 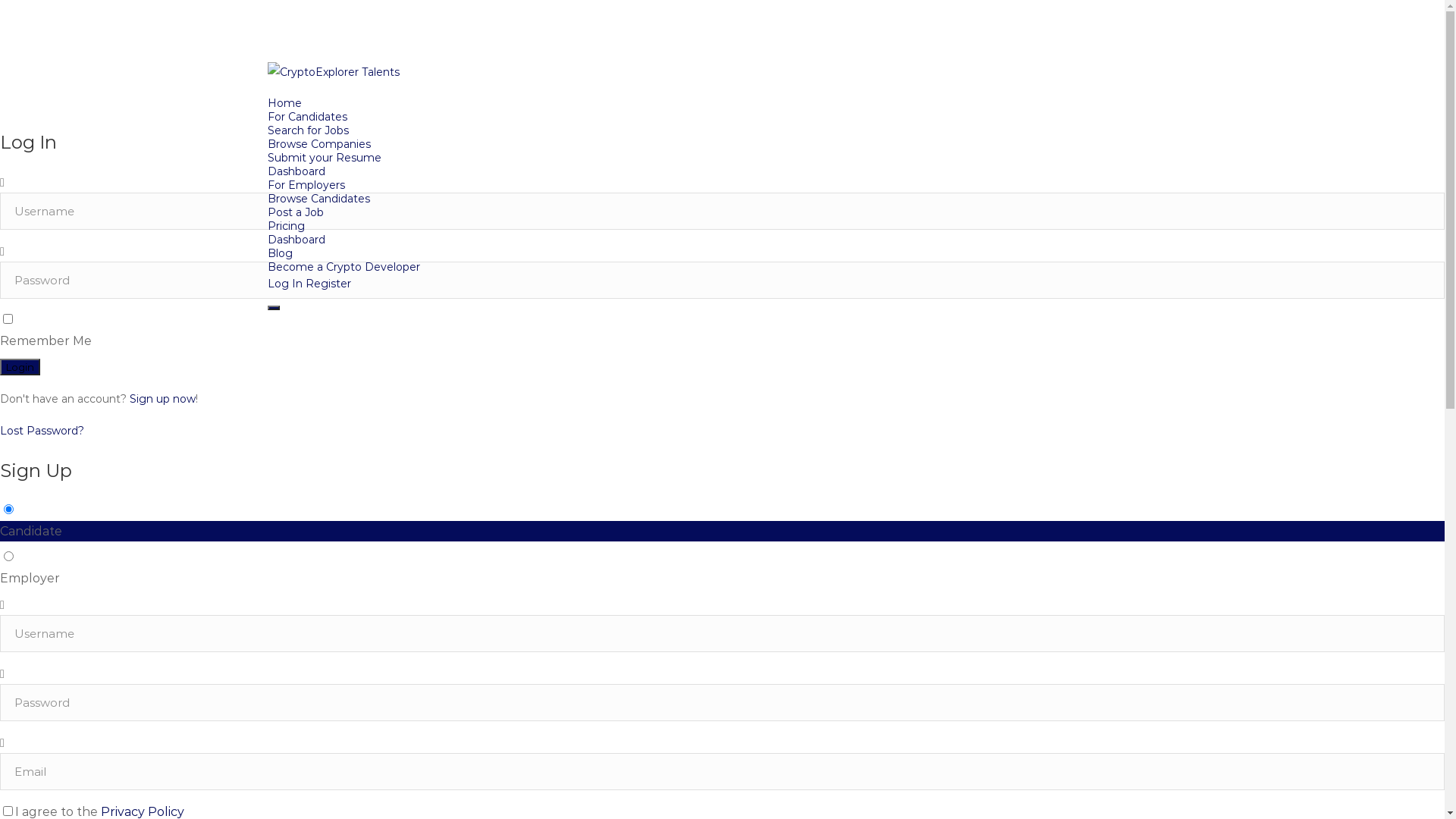 What do you see at coordinates (317, 198) in the screenshot?
I see `'Browse Candidates'` at bounding box center [317, 198].